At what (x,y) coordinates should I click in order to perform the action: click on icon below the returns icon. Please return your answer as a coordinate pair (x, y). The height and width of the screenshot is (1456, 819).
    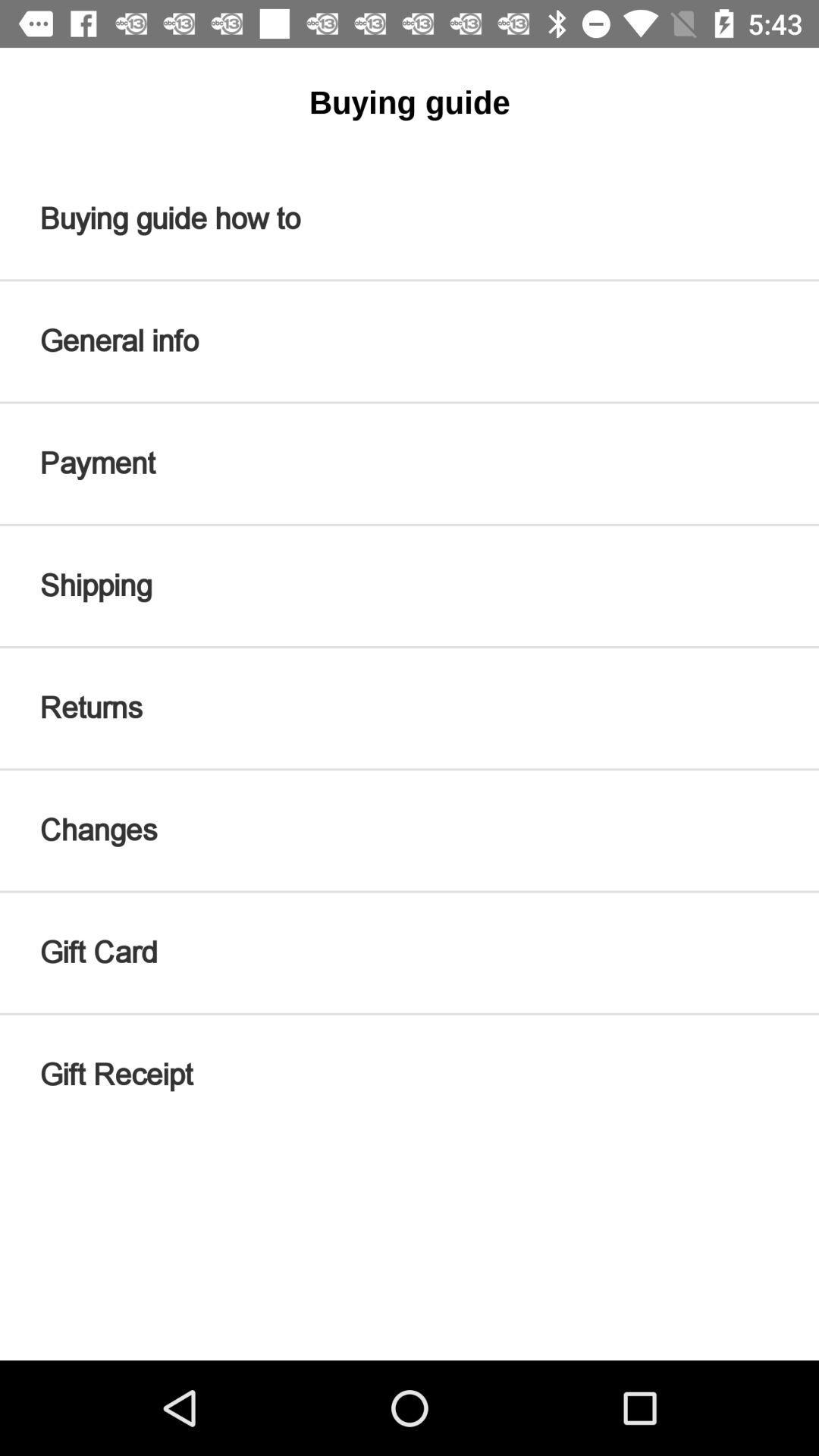
    Looking at the image, I should click on (409, 830).